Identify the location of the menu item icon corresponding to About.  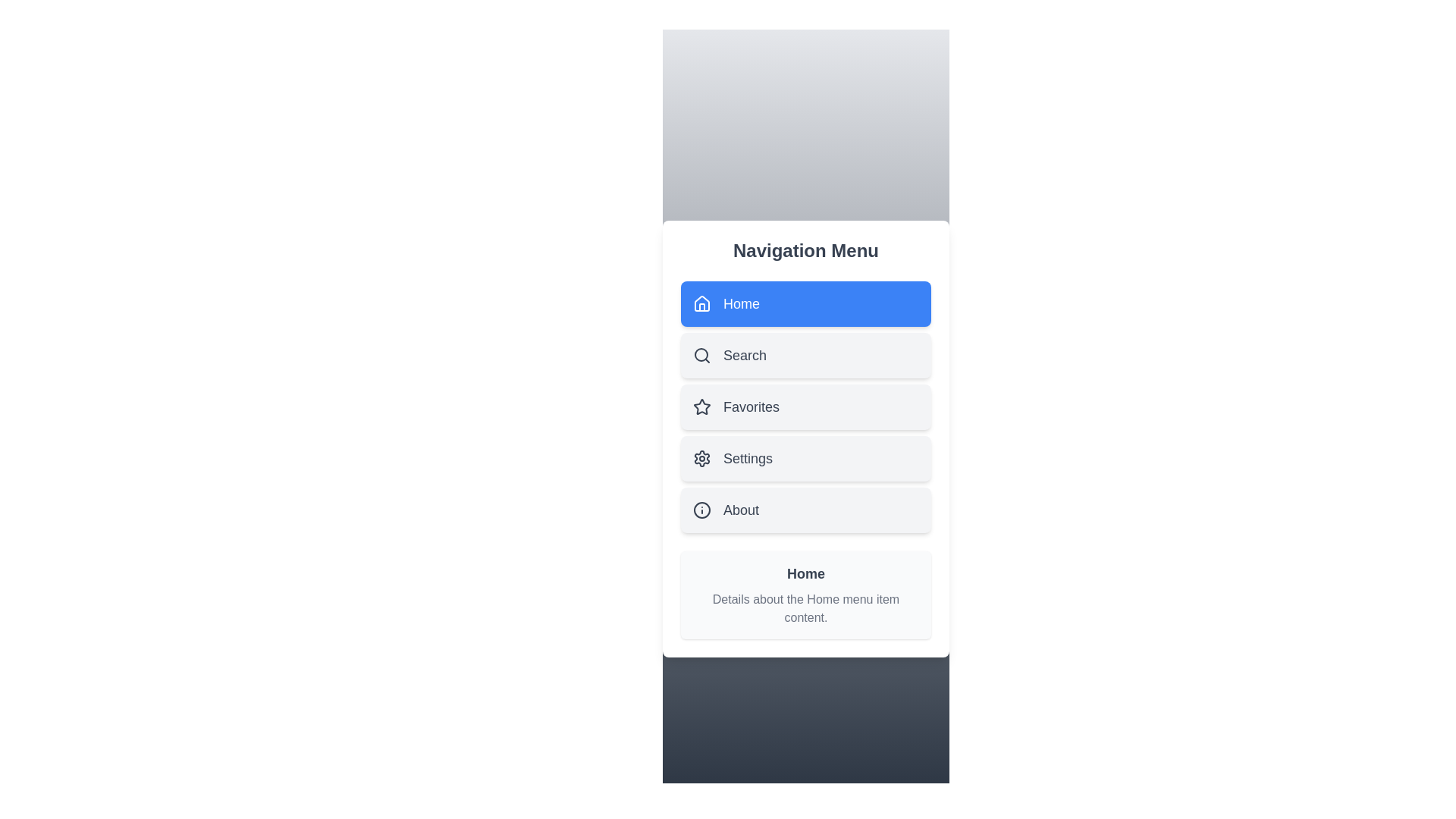
(701, 510).